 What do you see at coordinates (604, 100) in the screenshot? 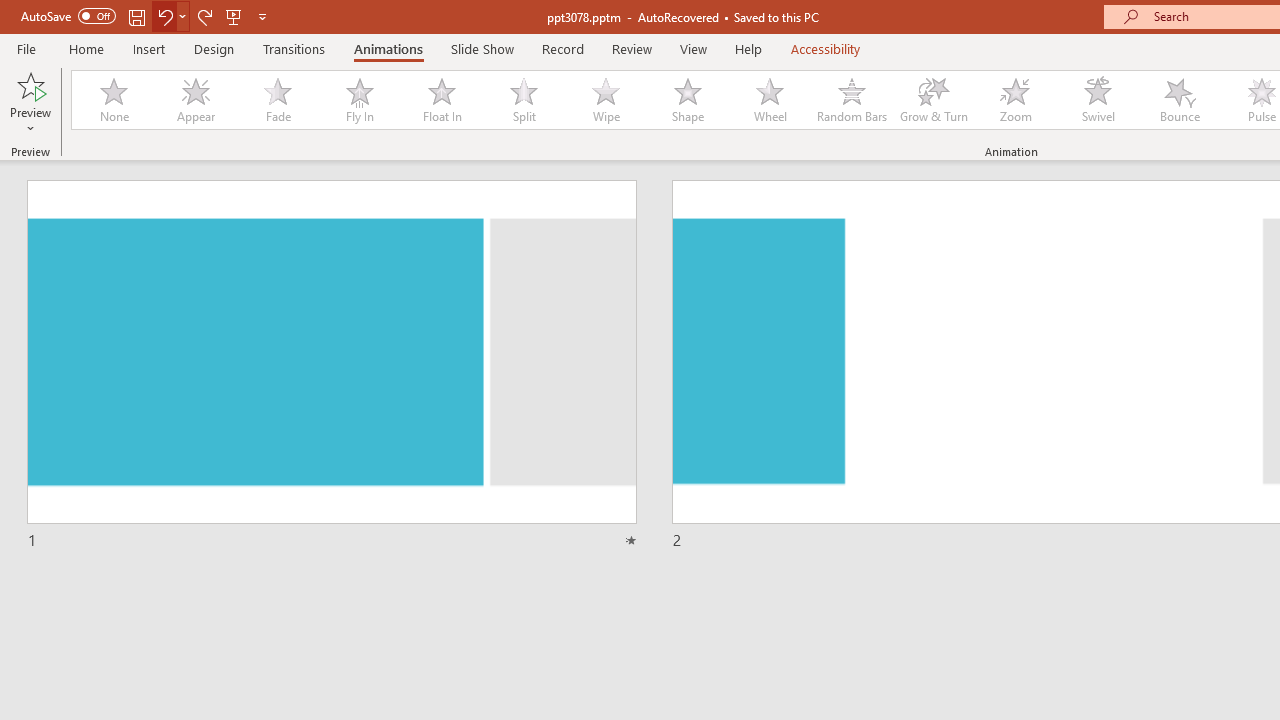
I see `'Wipe'` at bounding box center [604, 100].